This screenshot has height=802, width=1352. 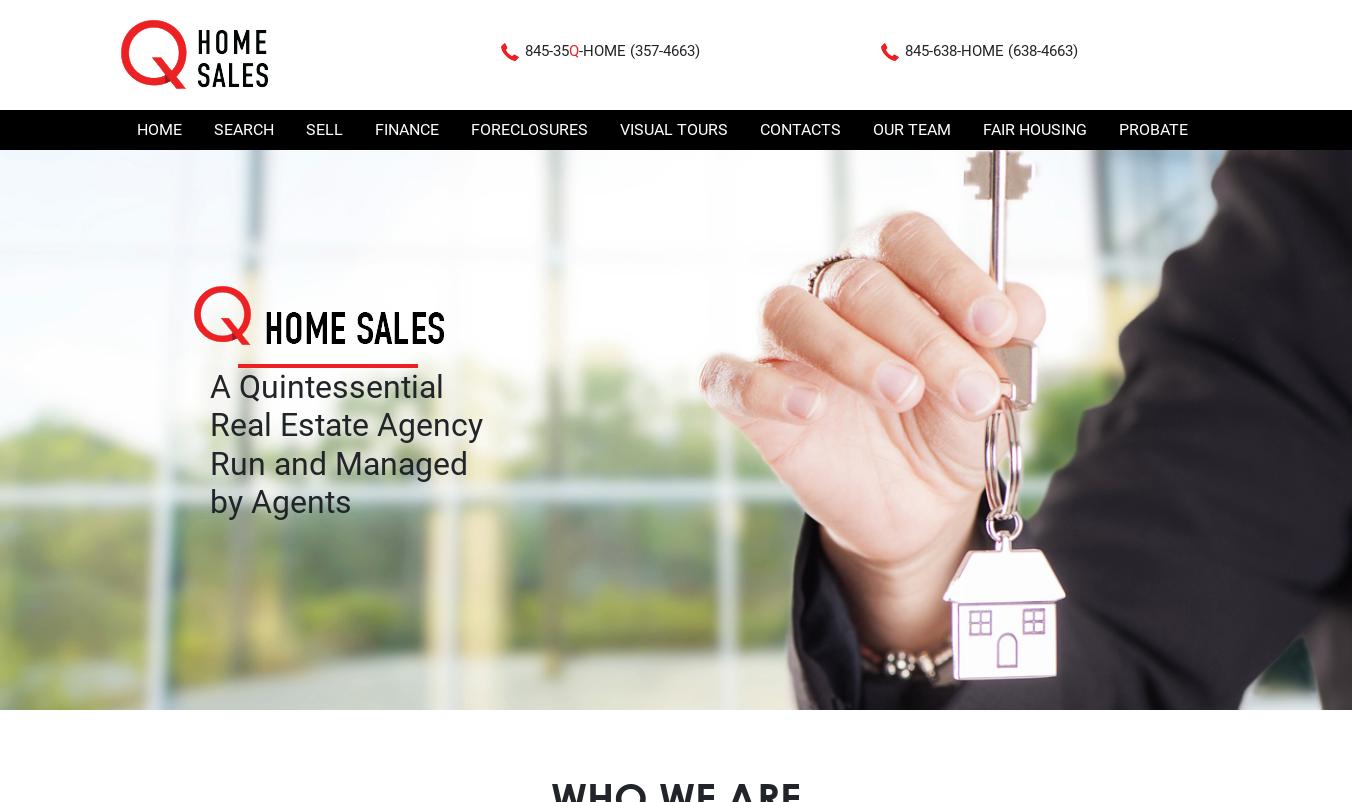 What do you see at coordinates (324, 128) in the screenshot?
I see `'Sell'` at bounding box center [324, 128].